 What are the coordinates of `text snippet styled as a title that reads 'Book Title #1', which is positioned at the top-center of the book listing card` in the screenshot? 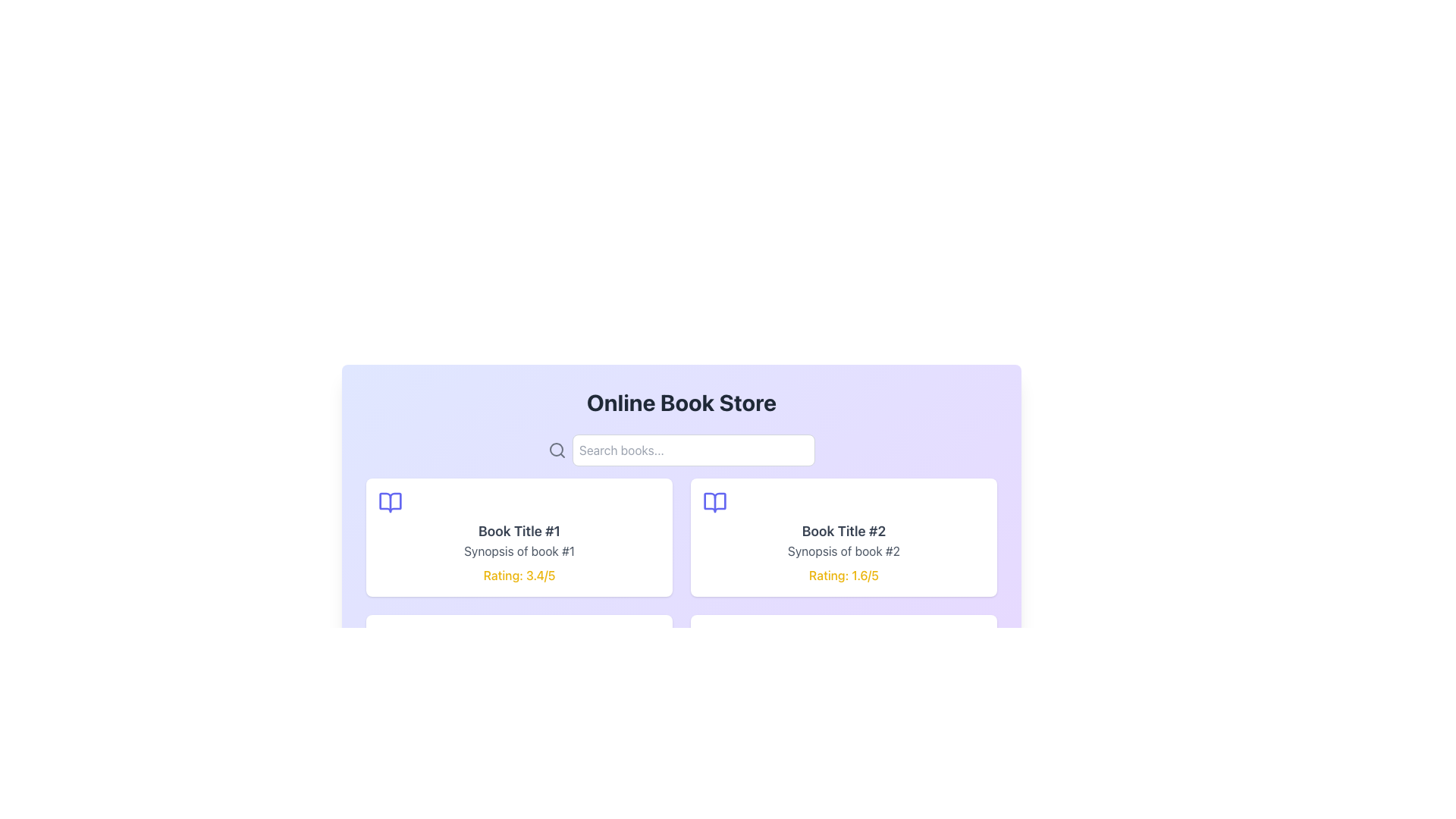 It's located at (519, 531).